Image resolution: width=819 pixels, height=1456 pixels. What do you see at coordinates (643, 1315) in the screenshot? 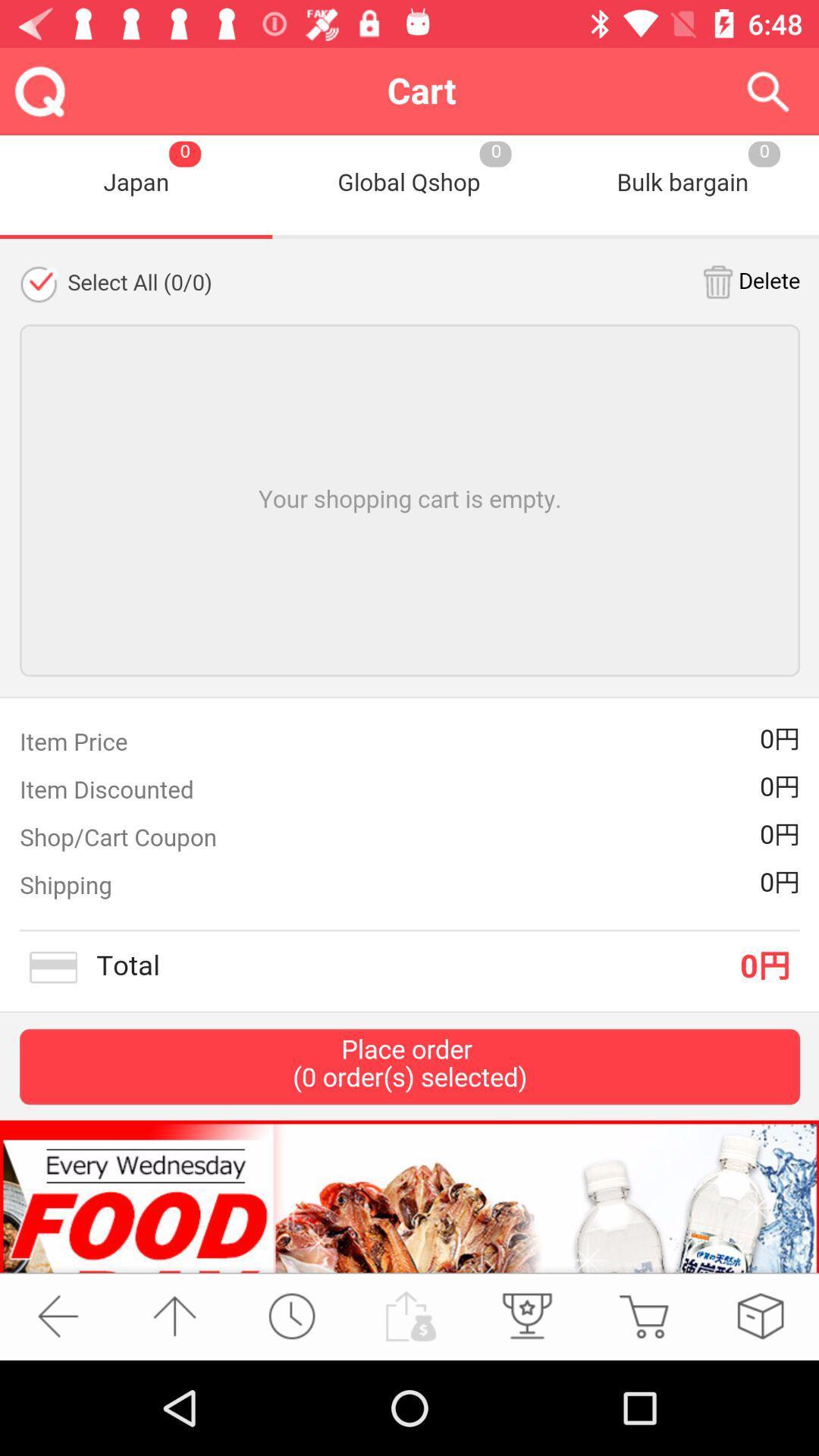
I see `shop now option` at bounding box center [643, 1315].